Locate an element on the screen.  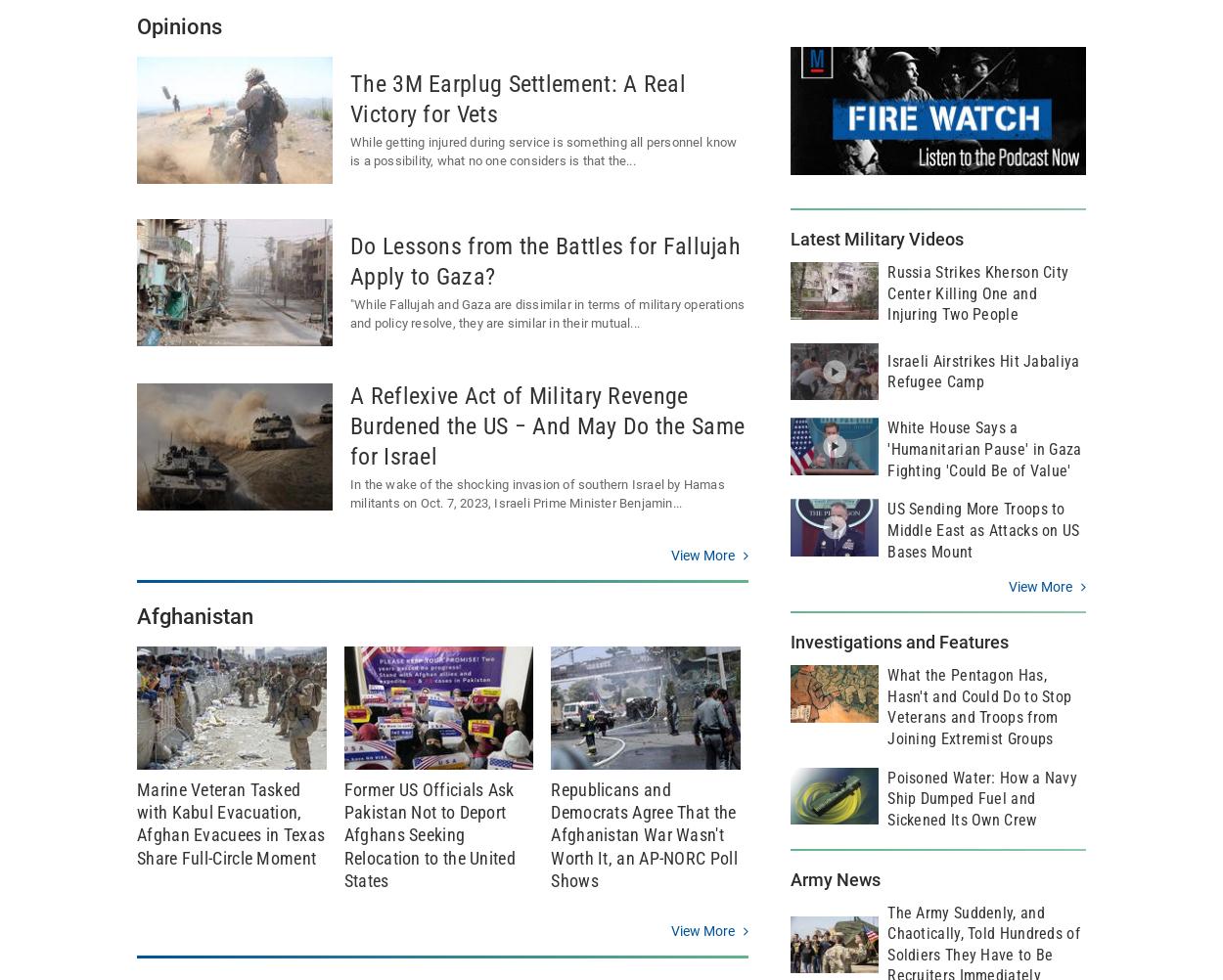
'Poisoned Water: How a Navy Ship Dumped Fuel and Sickened Its Own Crew' is located at coordinates (982, 797).